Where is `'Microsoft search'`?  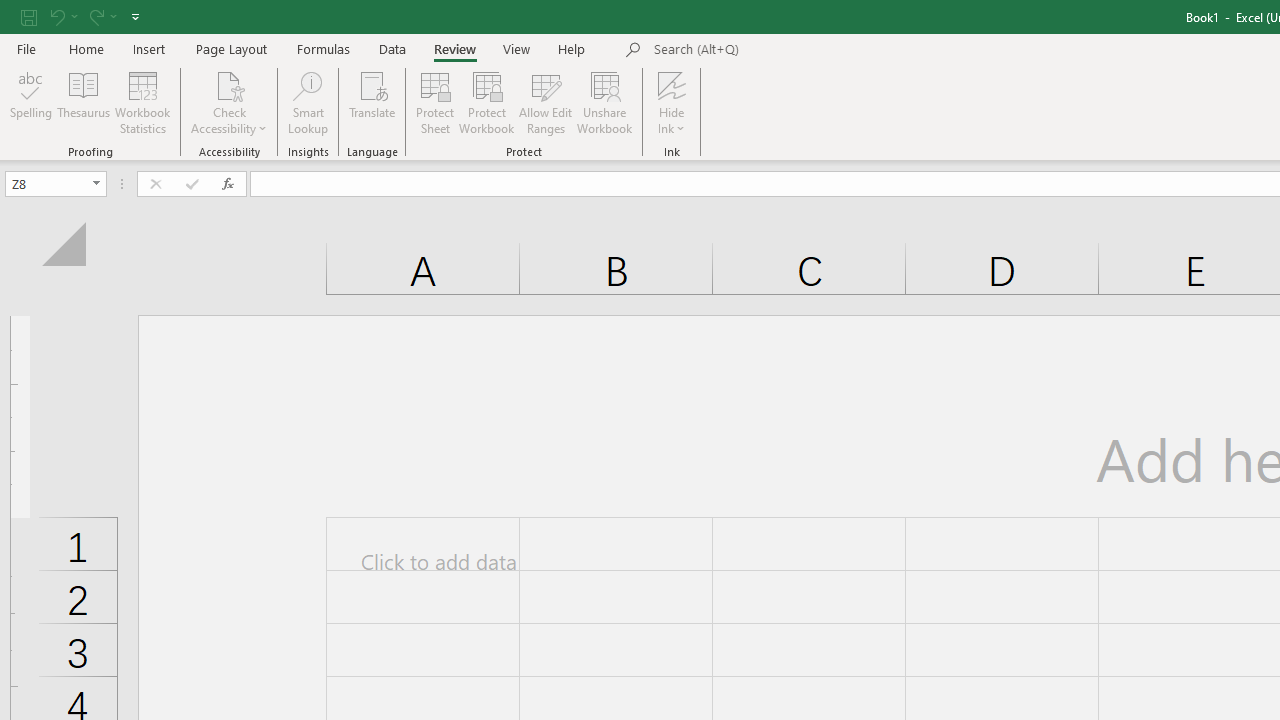 'Microsoft search' is located at coordinates (791, 49).